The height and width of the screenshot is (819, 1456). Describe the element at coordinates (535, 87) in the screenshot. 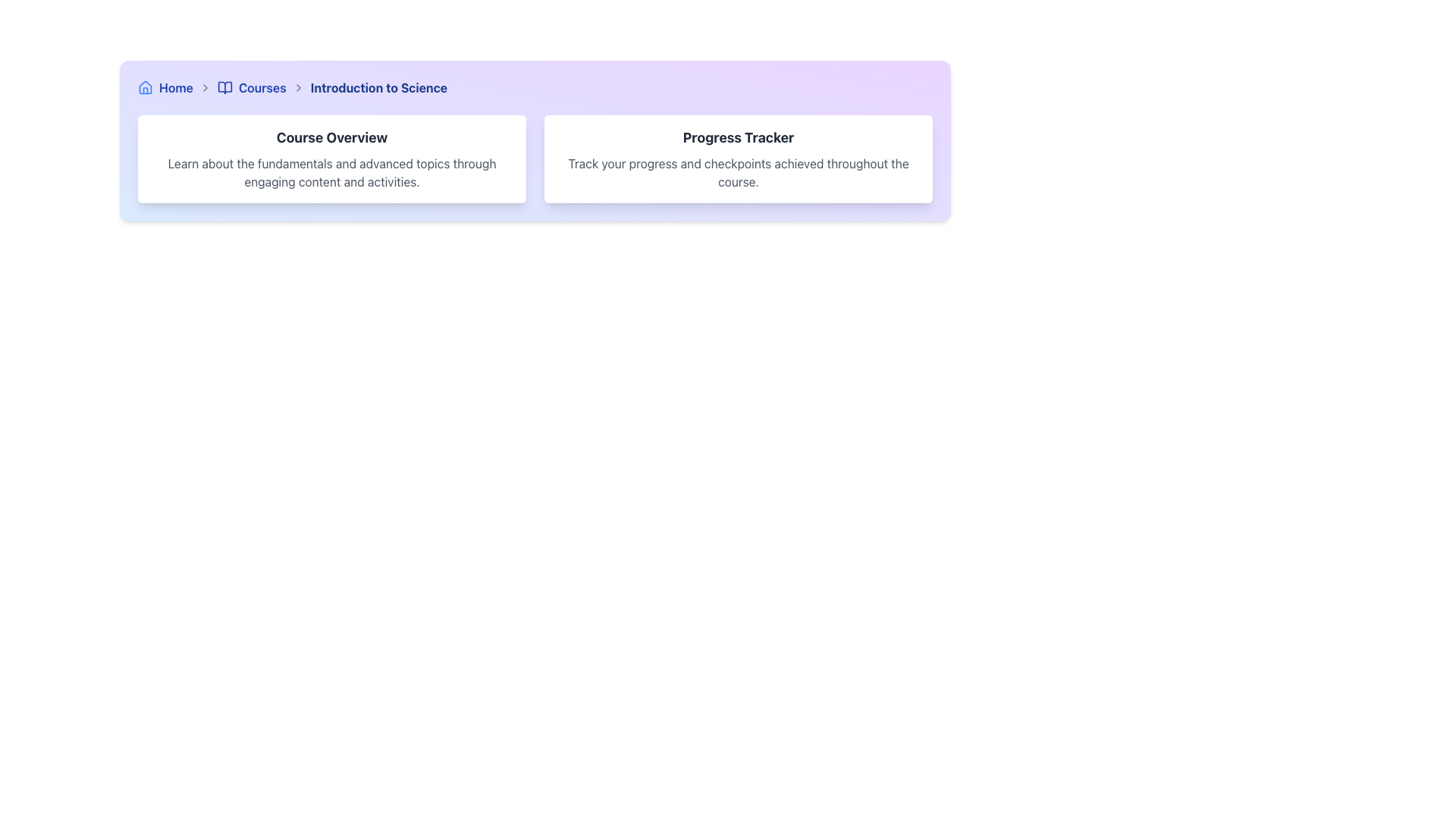

I see `the Breadcrumb Navigation Bar` at that location.